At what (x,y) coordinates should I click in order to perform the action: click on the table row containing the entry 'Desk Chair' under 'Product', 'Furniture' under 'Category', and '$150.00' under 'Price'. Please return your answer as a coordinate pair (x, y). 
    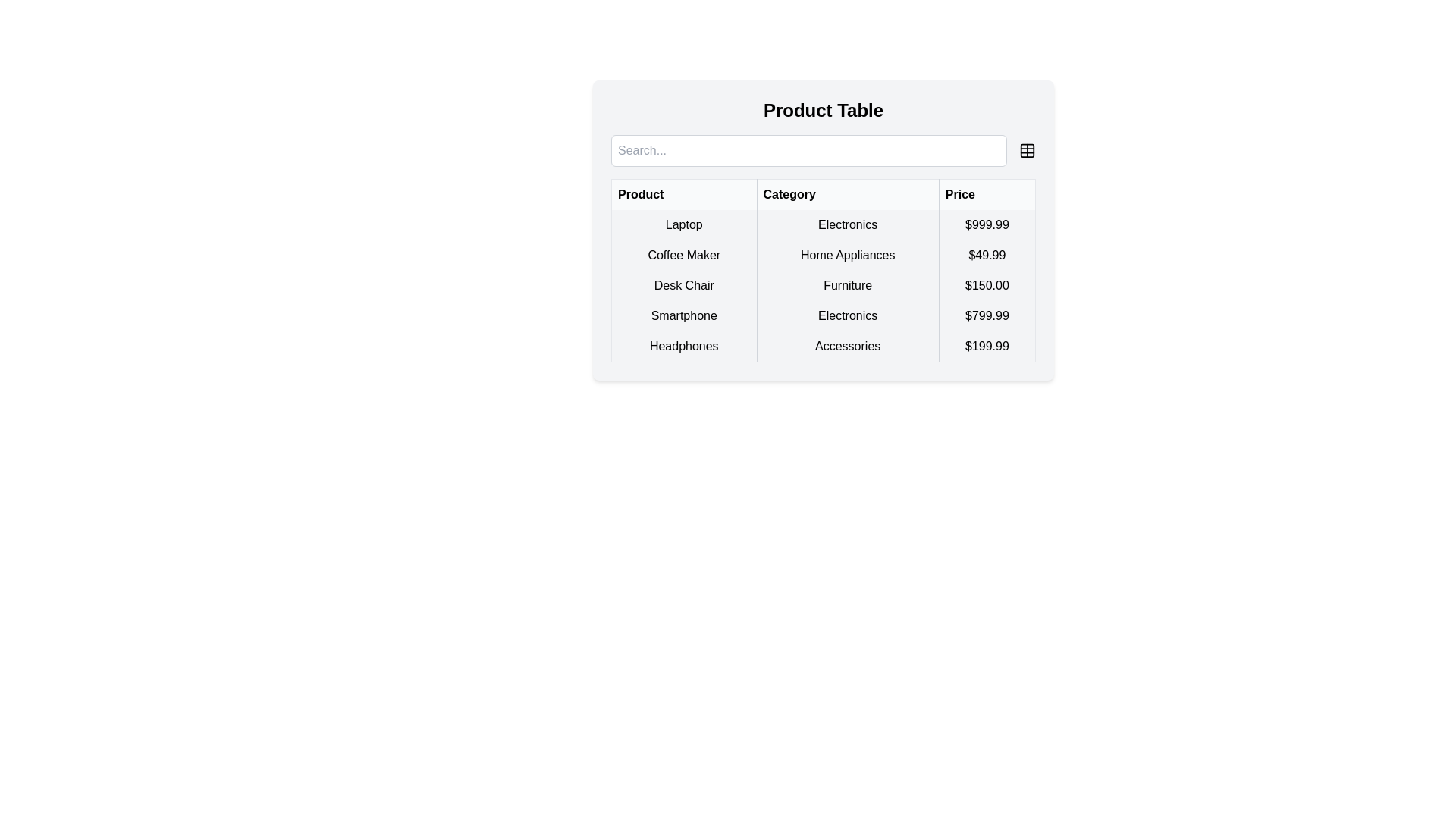
    Looking at the image, I should click on (822, 286).